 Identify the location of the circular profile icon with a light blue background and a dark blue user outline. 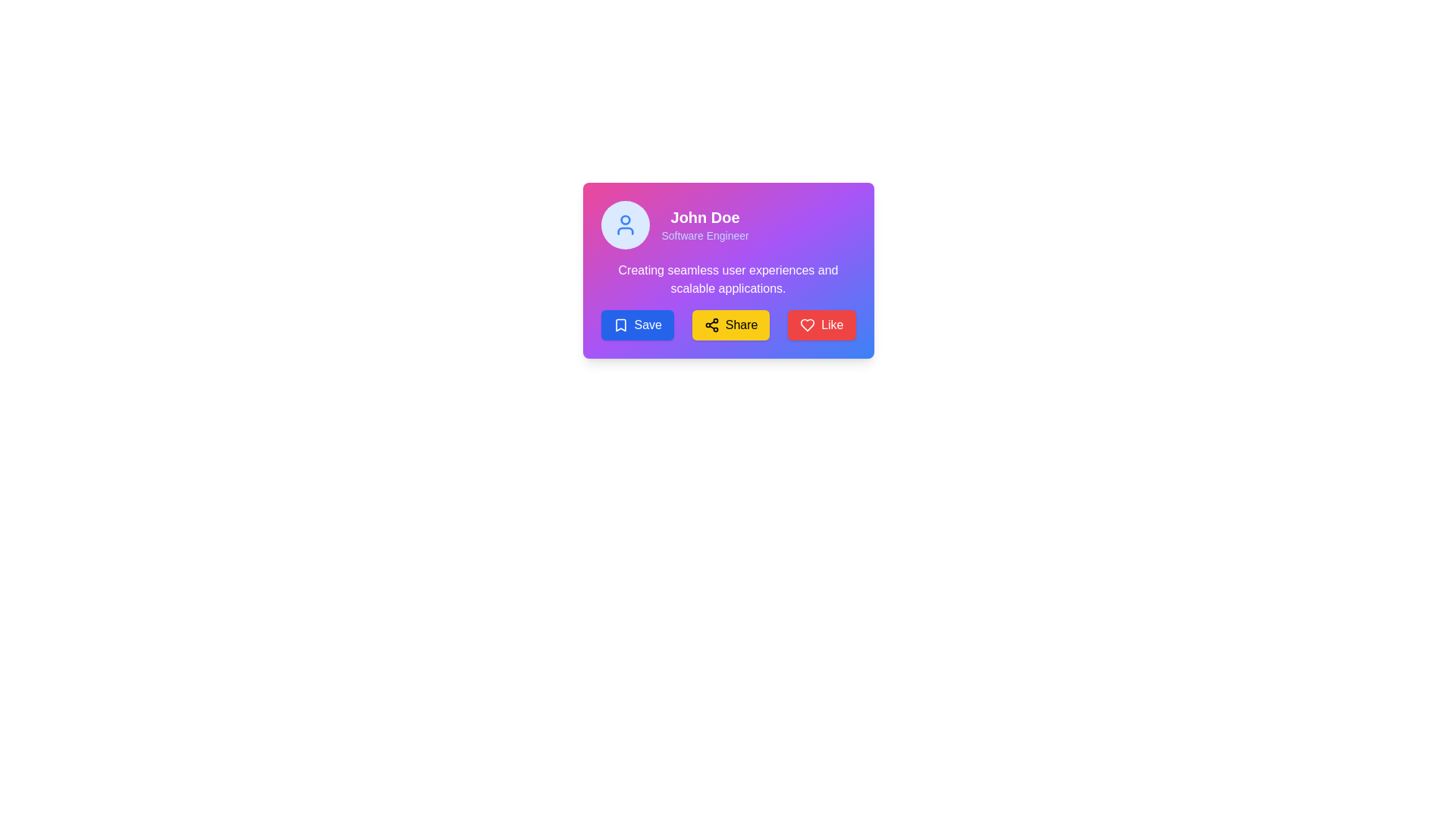
(625, 225).